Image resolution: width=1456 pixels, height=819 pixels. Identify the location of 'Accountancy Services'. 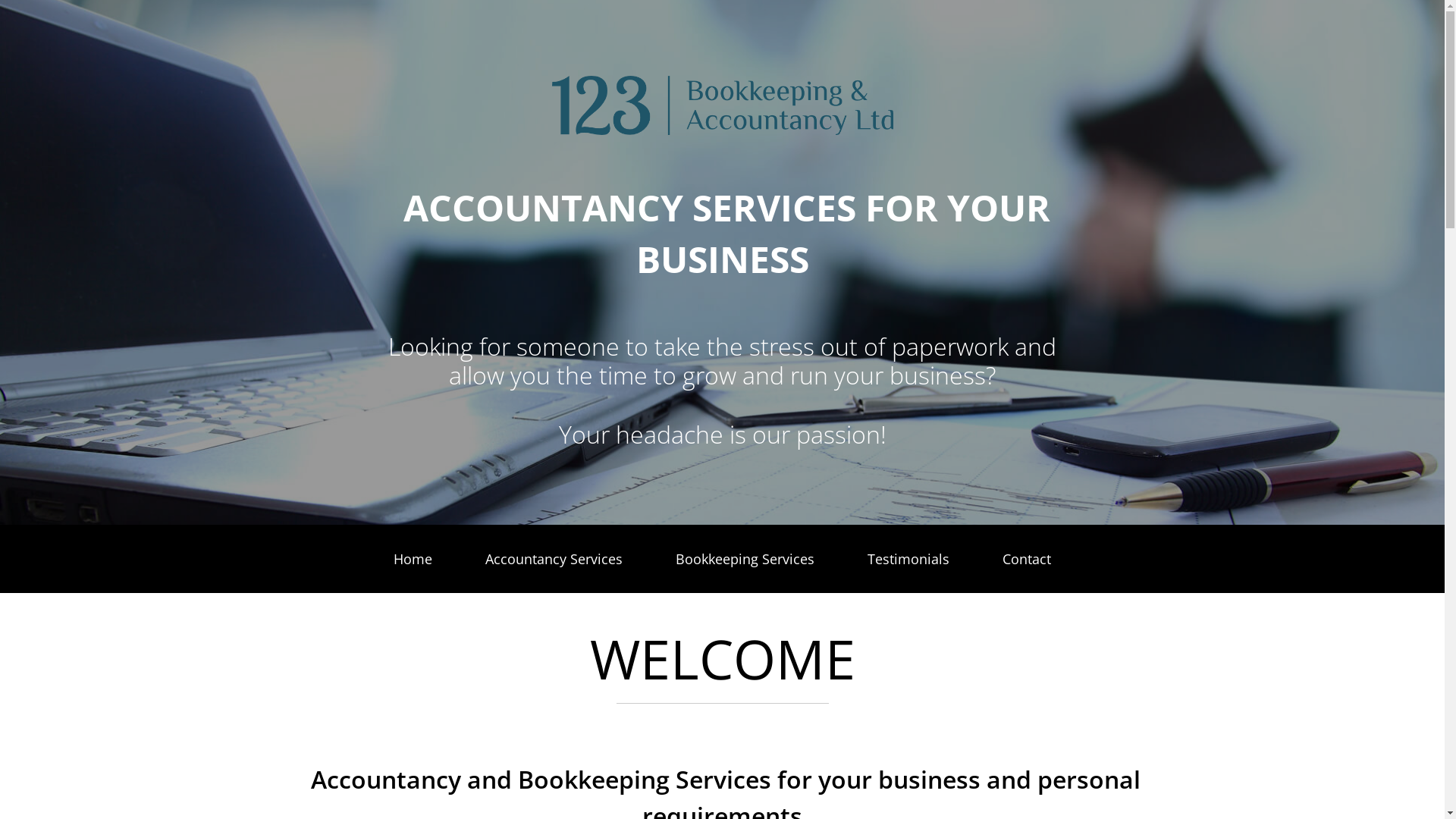
(480, 558).